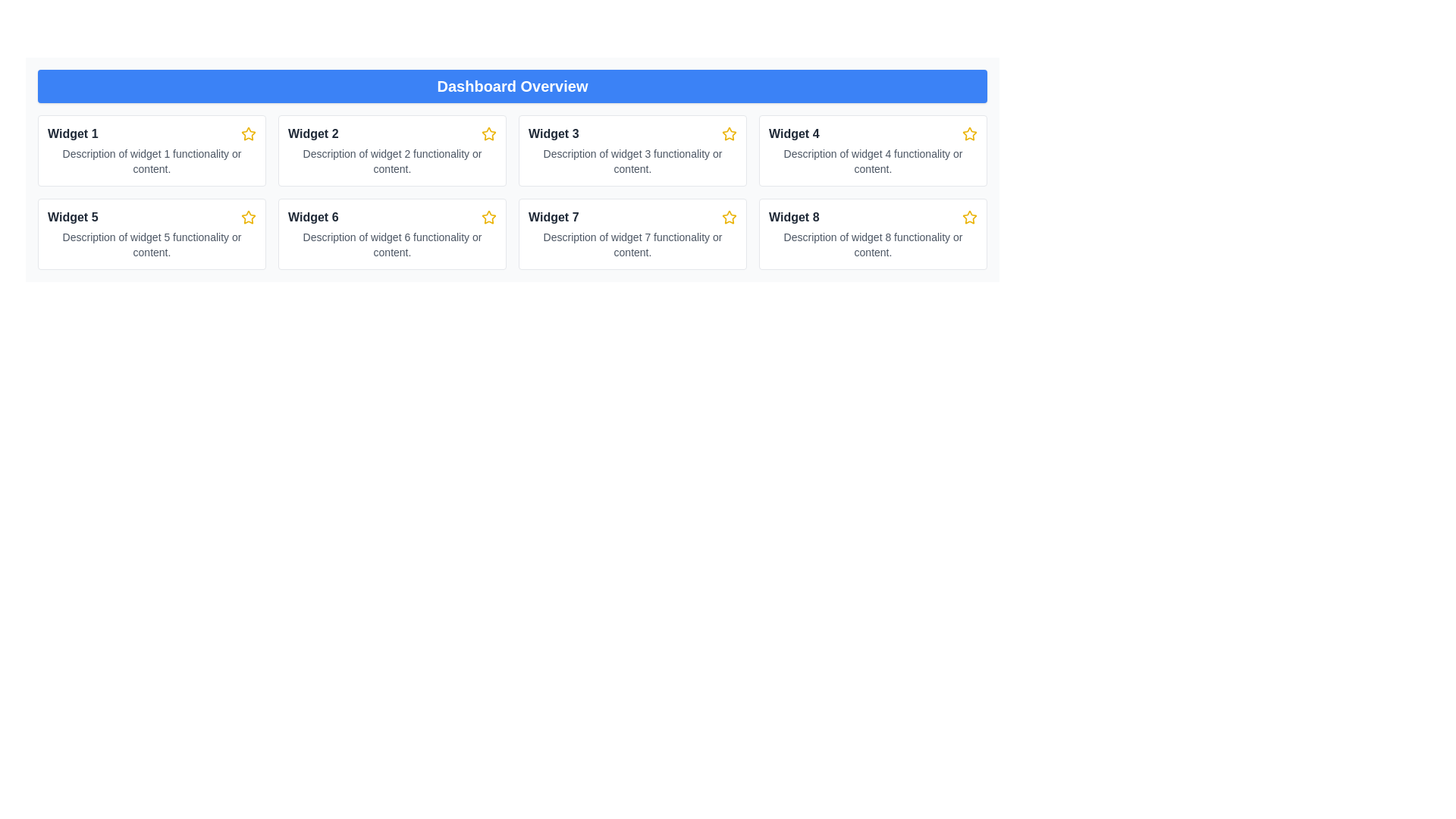  What do you see at coordinates (488, 133) in the screenshot?
I see `the yellow star-shaped icon located to the right of 'Widget 2' in the 'Dashboard Overview' section` at bounding box center [488, 133].